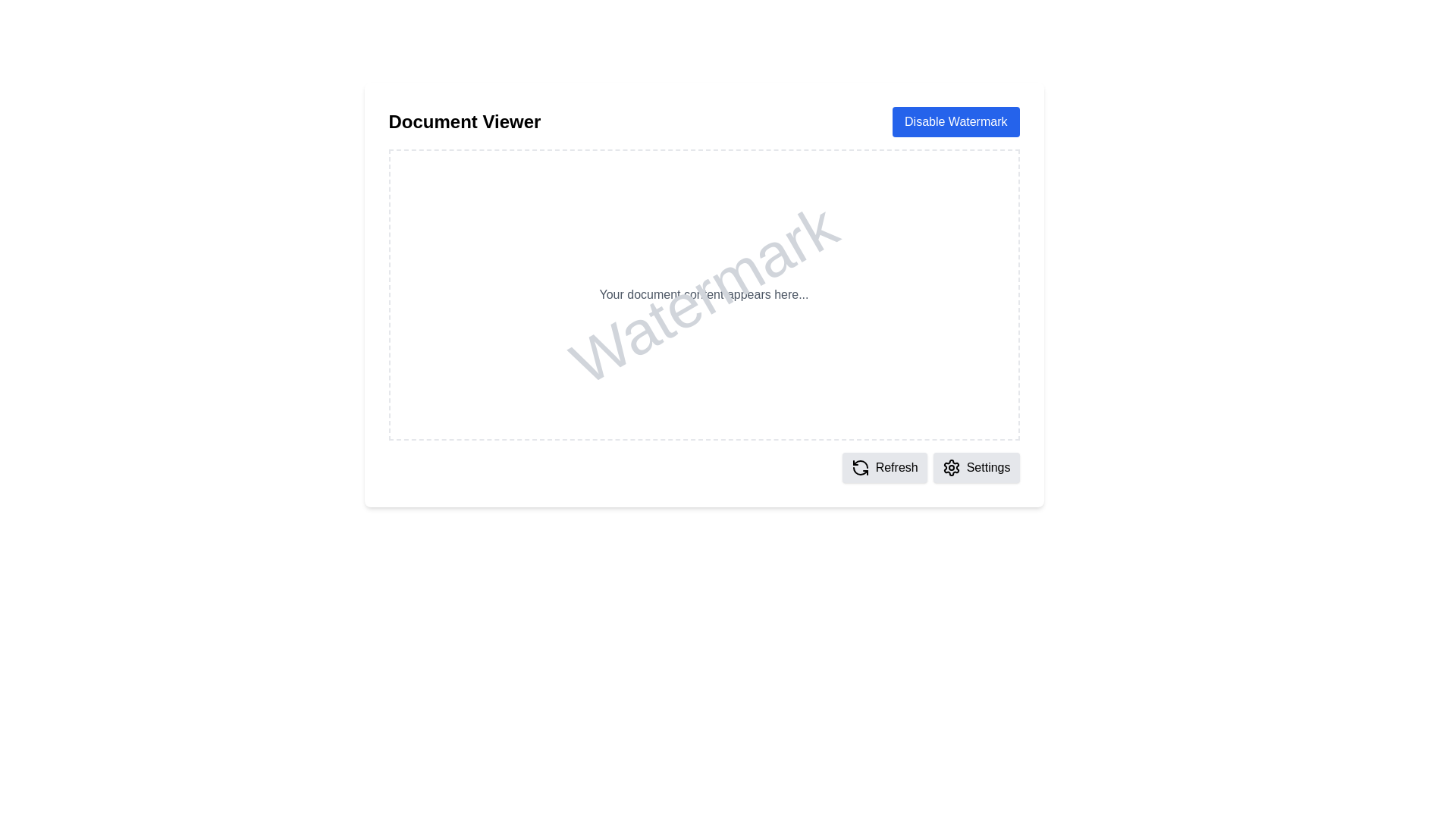  I want to click on the settings icon located to the immediate left of the 'Settings' text in the bottom-right corner of the interface, so click(950, 467).